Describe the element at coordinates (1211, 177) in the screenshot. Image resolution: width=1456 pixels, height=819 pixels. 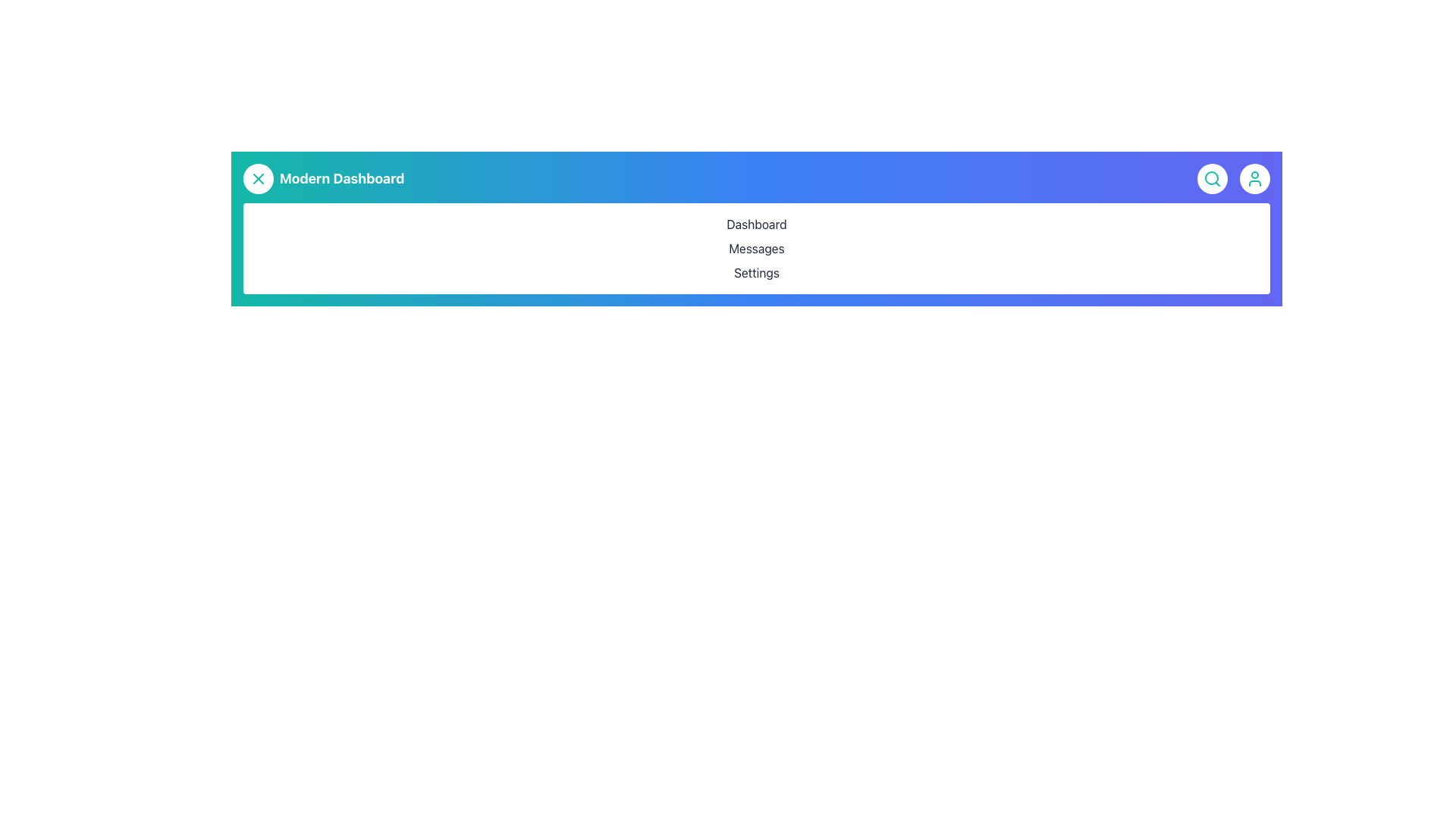
I see `the inner circular part of the magnifying glass icon, which is a Circle element with a radius of 8px within an SVG graphic` at that location.